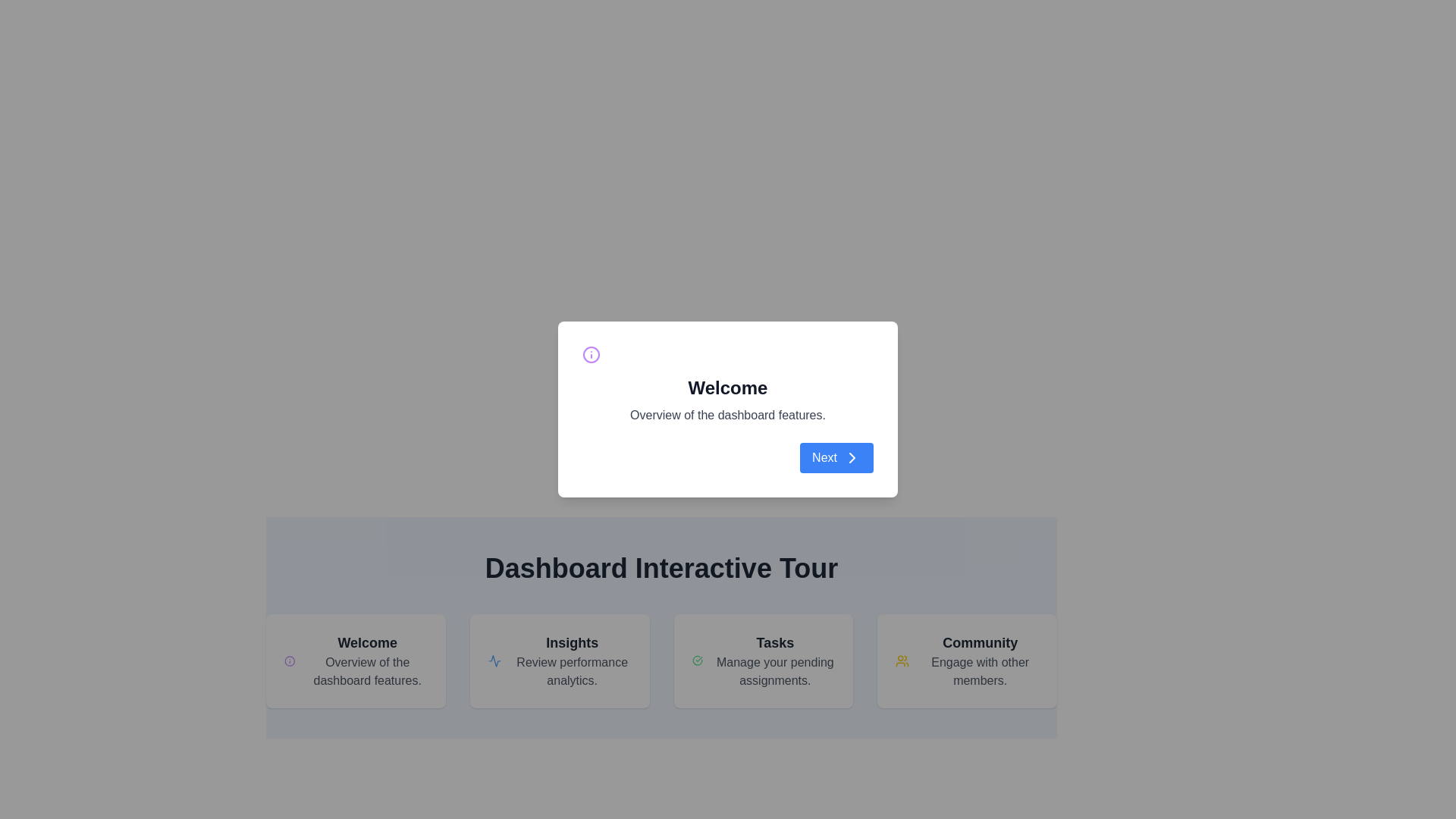 The image size is (1456, 819). I want to click on the forward action icon located inside the 'Next' button, which is positioned towards the bottom-right region of the dialog box, so click(852, 457).